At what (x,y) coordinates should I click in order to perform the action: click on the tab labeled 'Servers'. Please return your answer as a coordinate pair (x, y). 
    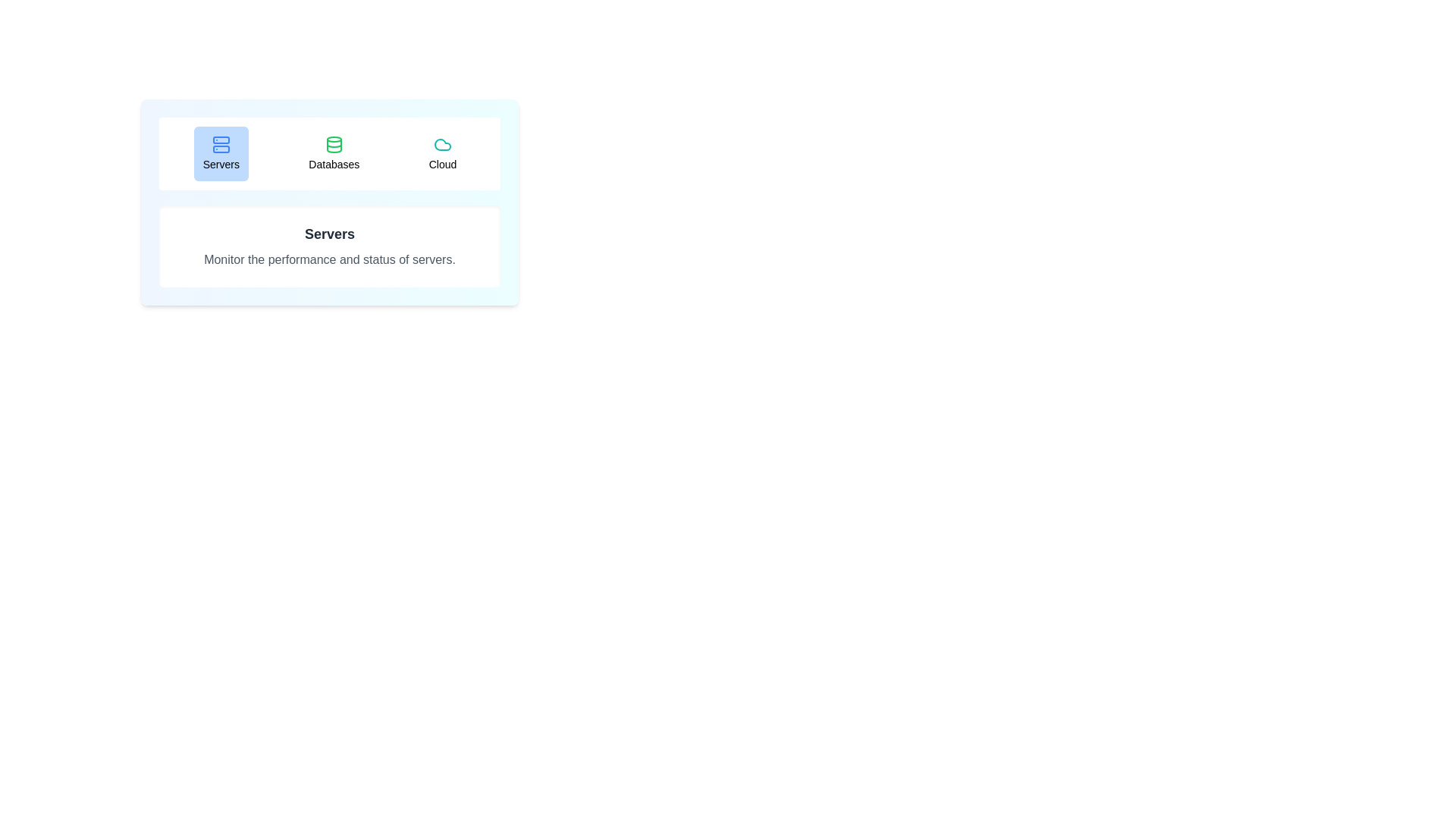
    Looking at the image, I should click on (220, 154).